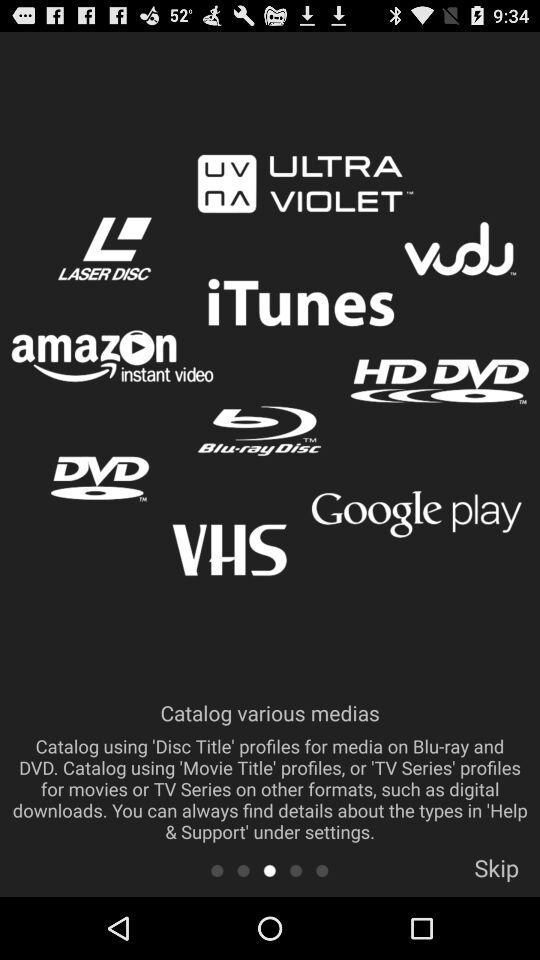 This screenshot has height=960, width=540. Describe the element at coordinates (216, 869) in the screenshot. I see `screen 1` at that location.